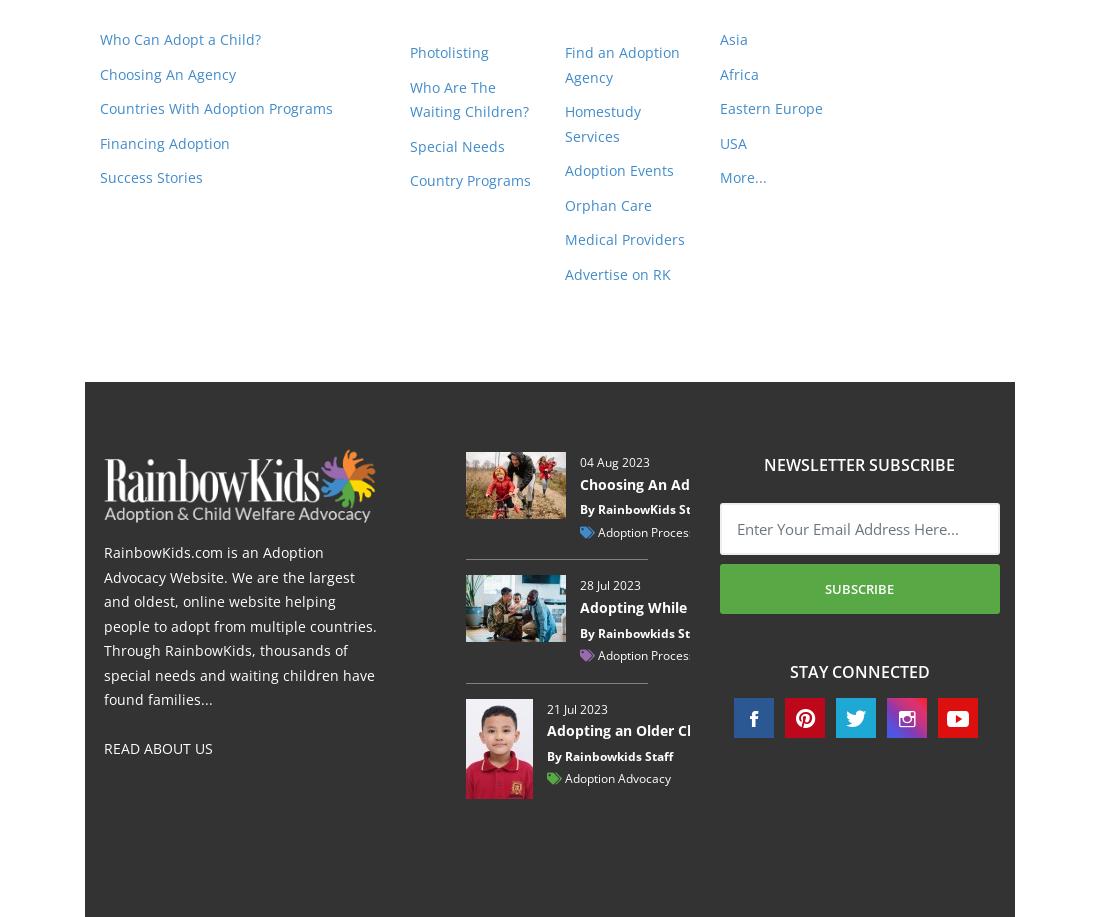 This screenshot has height=917, width=1100. I want to click on 'READ ABOUT US', so click(157, 747).